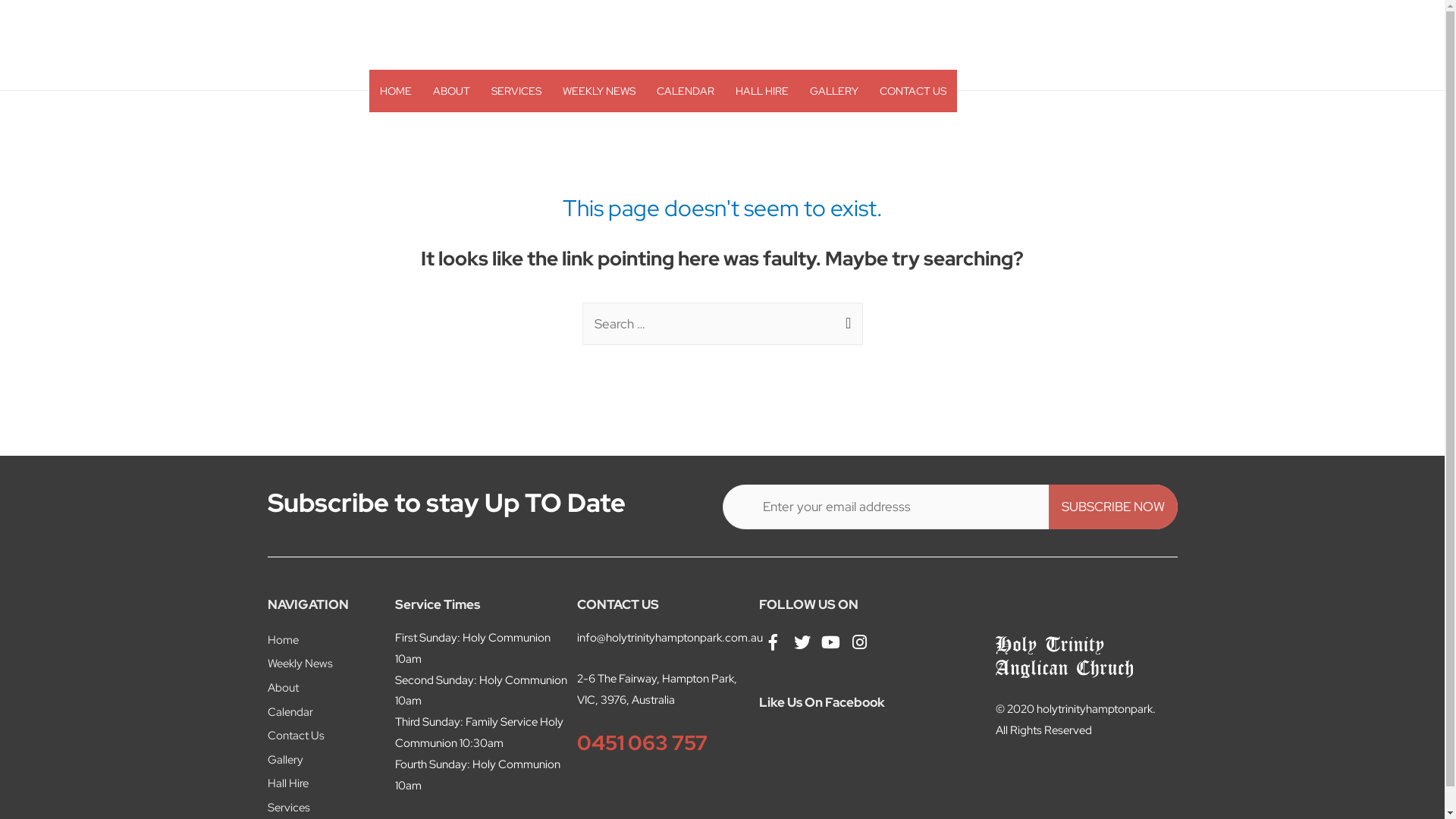  What do you see at coordinates (450, 90) in the screenshot?
I see `'ABOUT'` at bounding box center [450, 90].